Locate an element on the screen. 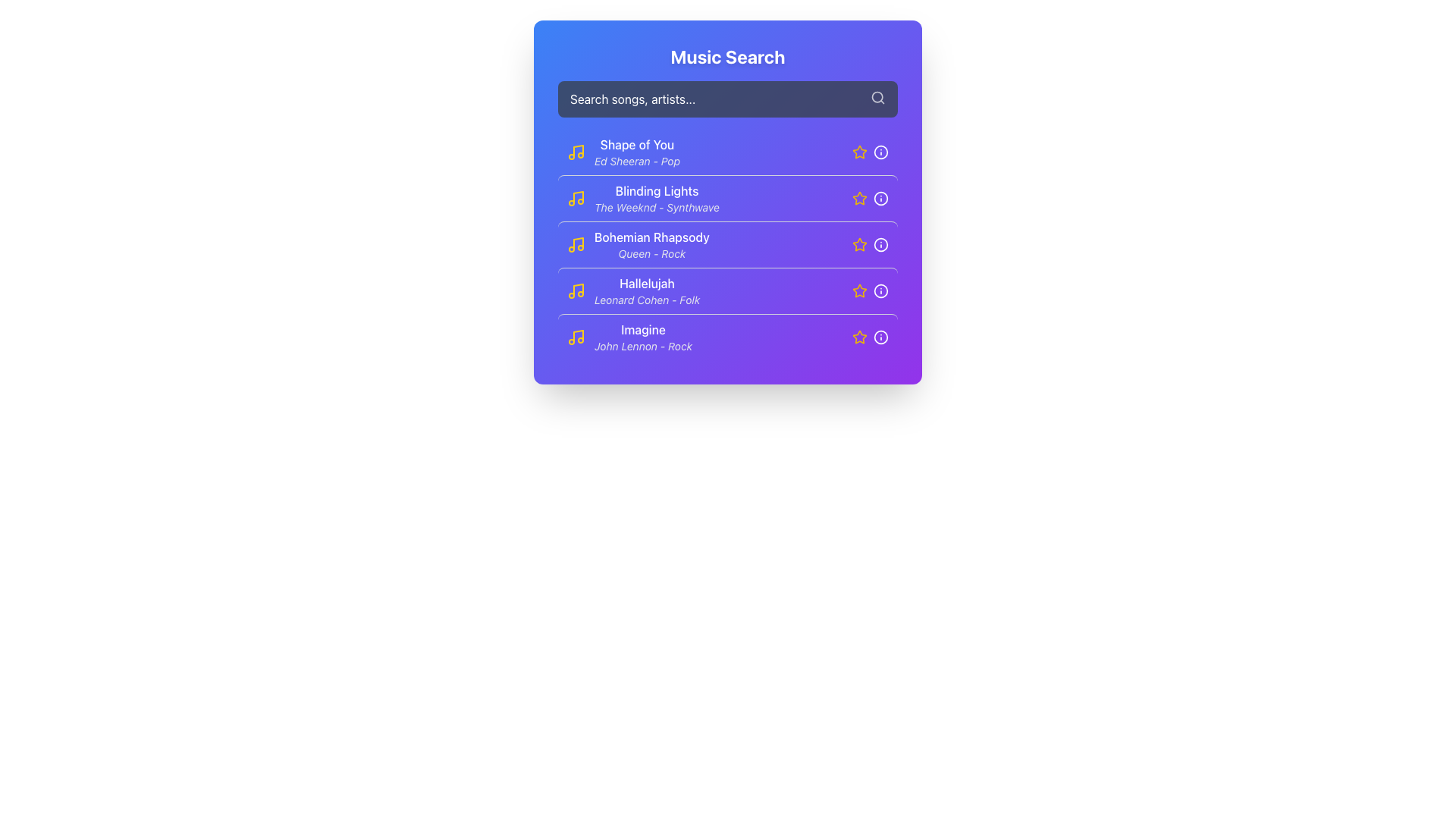 The height and width of the screenshot is (819, 1456). the first music entry list item with a purple gradient background, which contains the title 'Shape of You' and is located just below the search bar is located at coordinates (728, 152).